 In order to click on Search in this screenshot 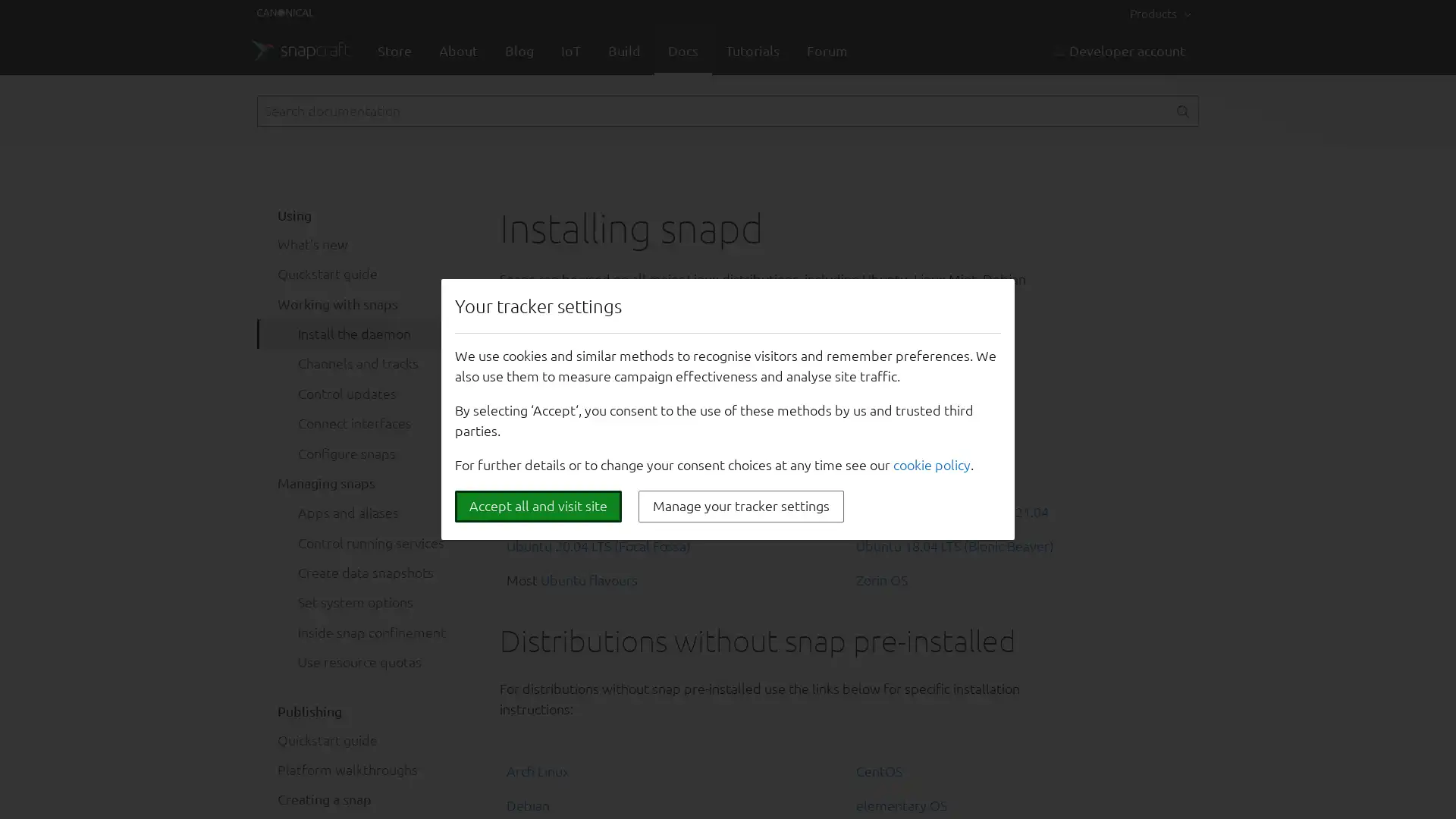, I will do `click(1181, 110)`.